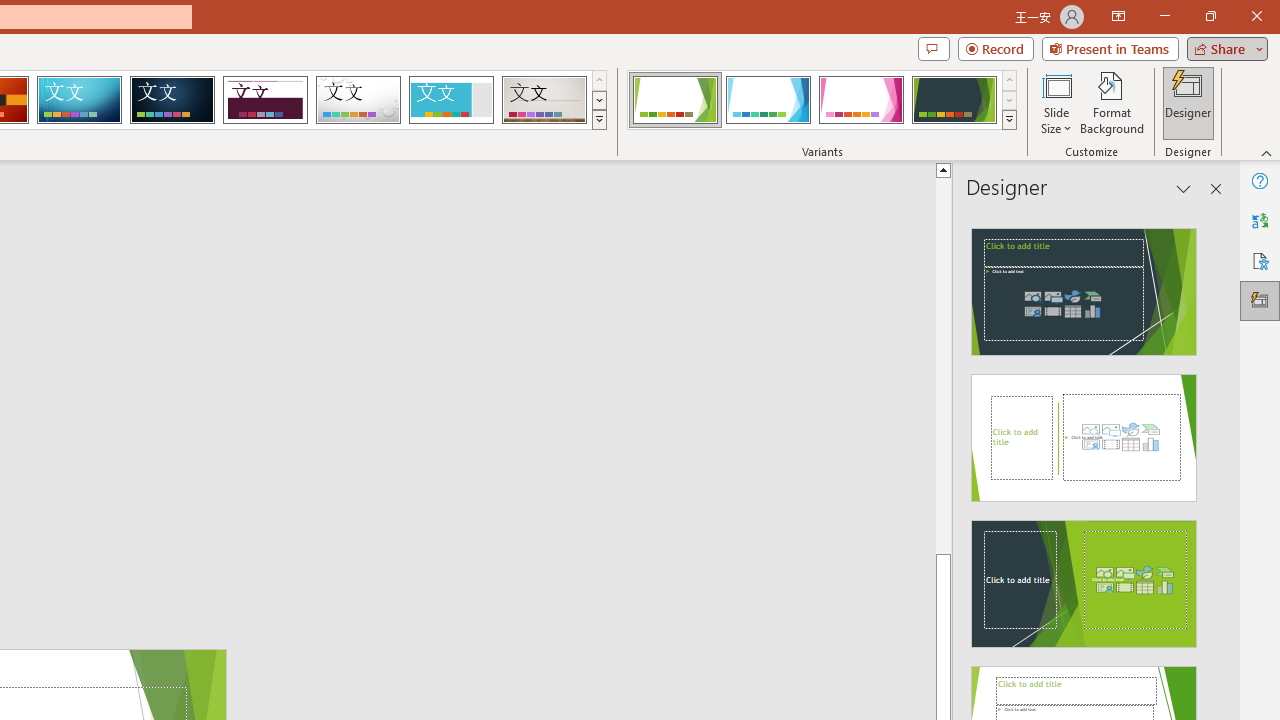  What do you see at coordinates (172, 100) in the screenshot?
I see `'Damask'` at bounding box center [172, 100].